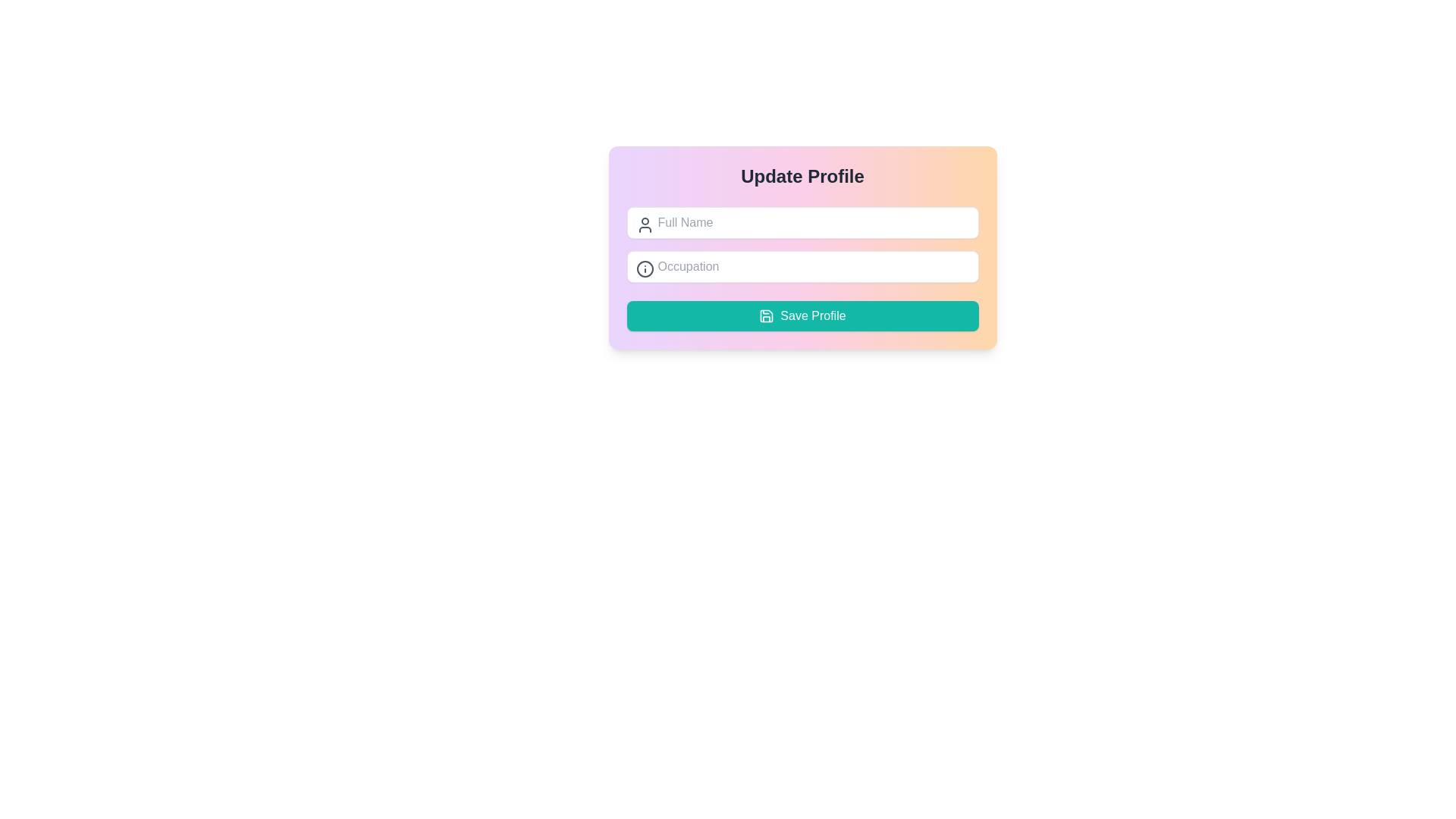 The image size is (1456, 819). Describe the element at coordinates (802, 315) in the screenshot. I see `the save button located at the bottom of the card-like section` at that location.